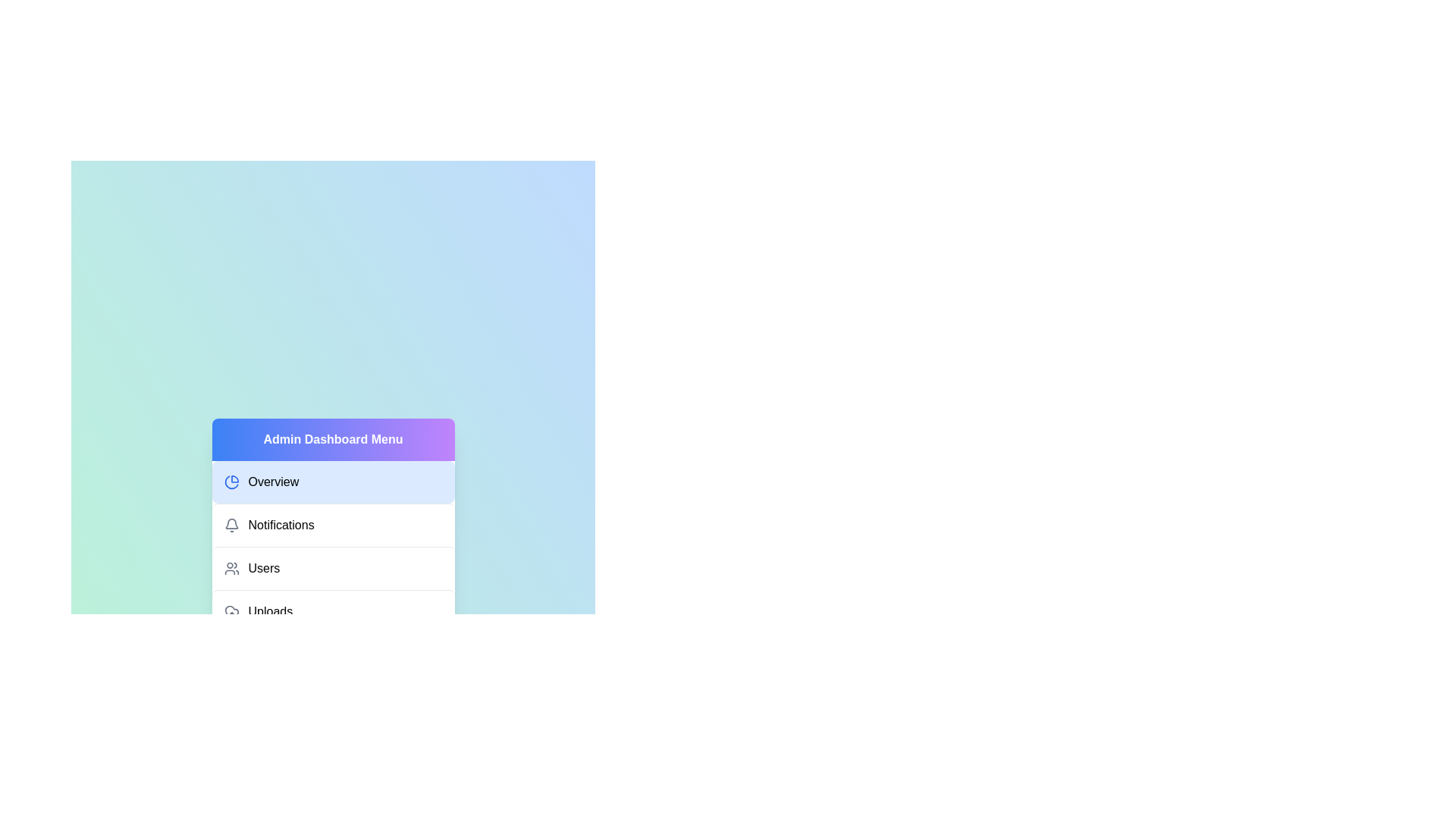 The height and width of the screenshot is (819, 1456). I want to click on the header text of the menu to inspect its content, so click(332, 439).